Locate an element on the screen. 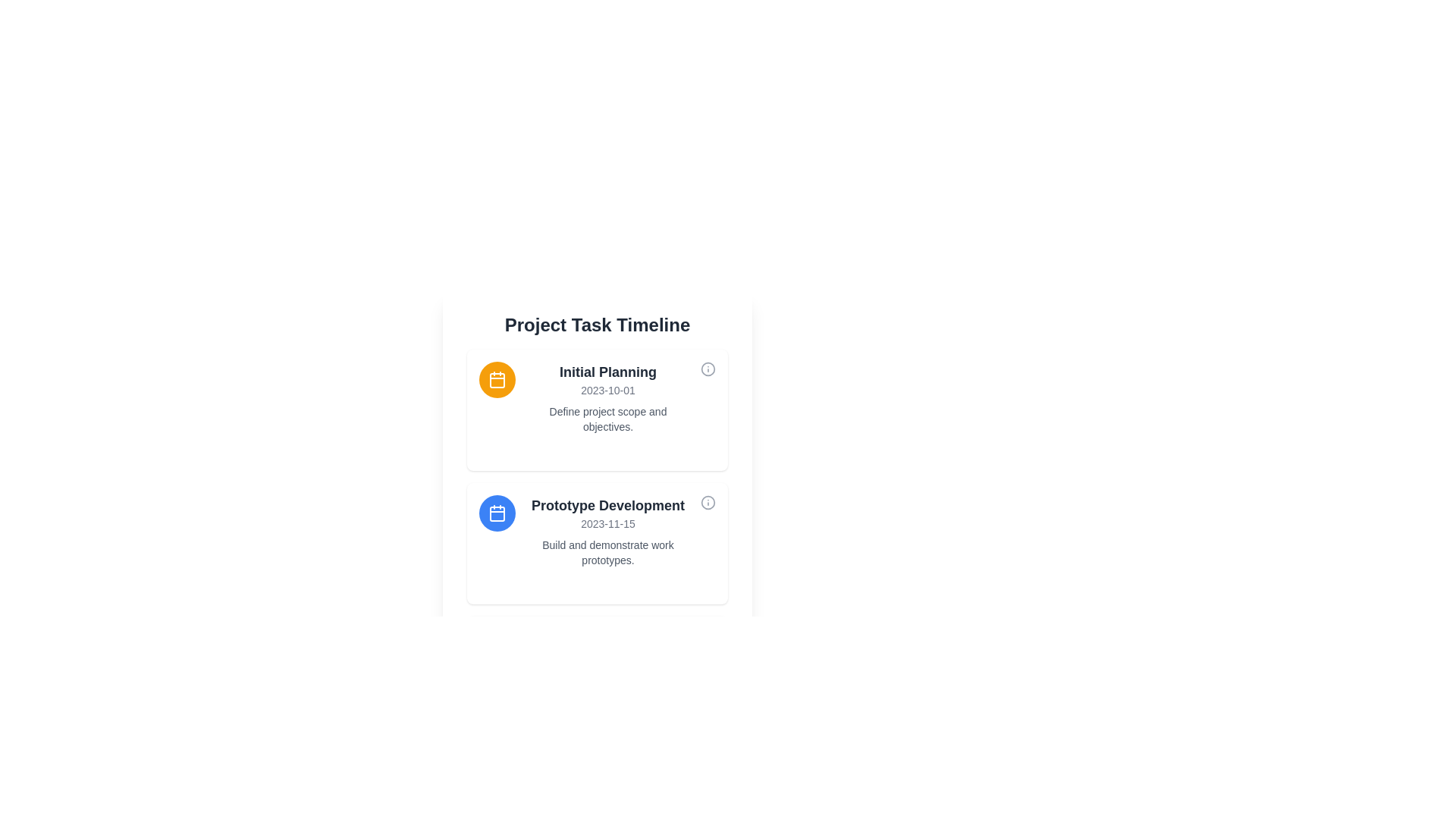 This screenshot has height=819, width=1456. the second task item in the Project Task Timeline, which contains details about its title, due date, description, and current status is located at coordinates (596, 543).